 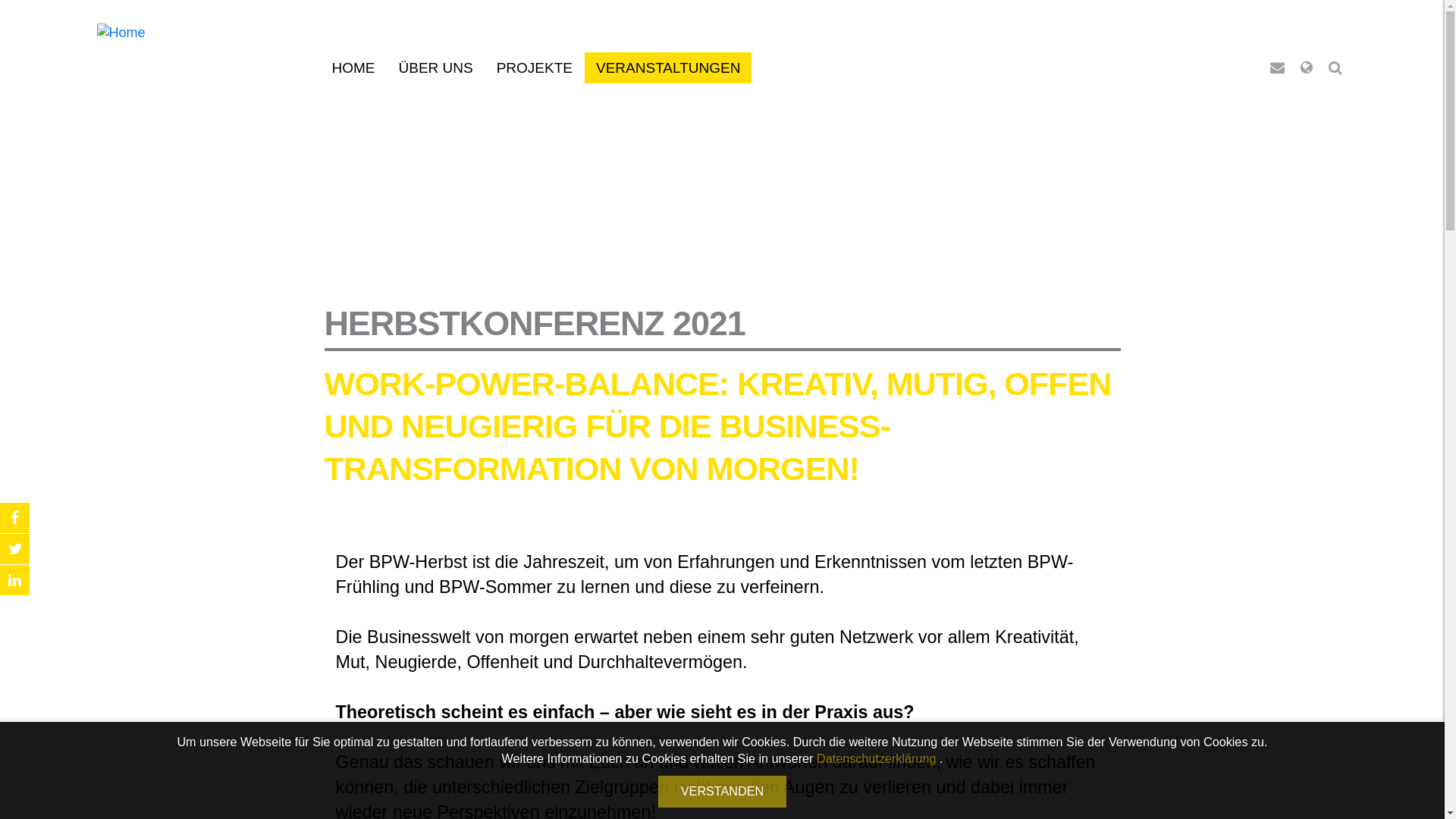 What do you see at coordinates (721, 790) in the screenshot?
I see `'VERSTANDEN'` at bounding box center [721, 790].